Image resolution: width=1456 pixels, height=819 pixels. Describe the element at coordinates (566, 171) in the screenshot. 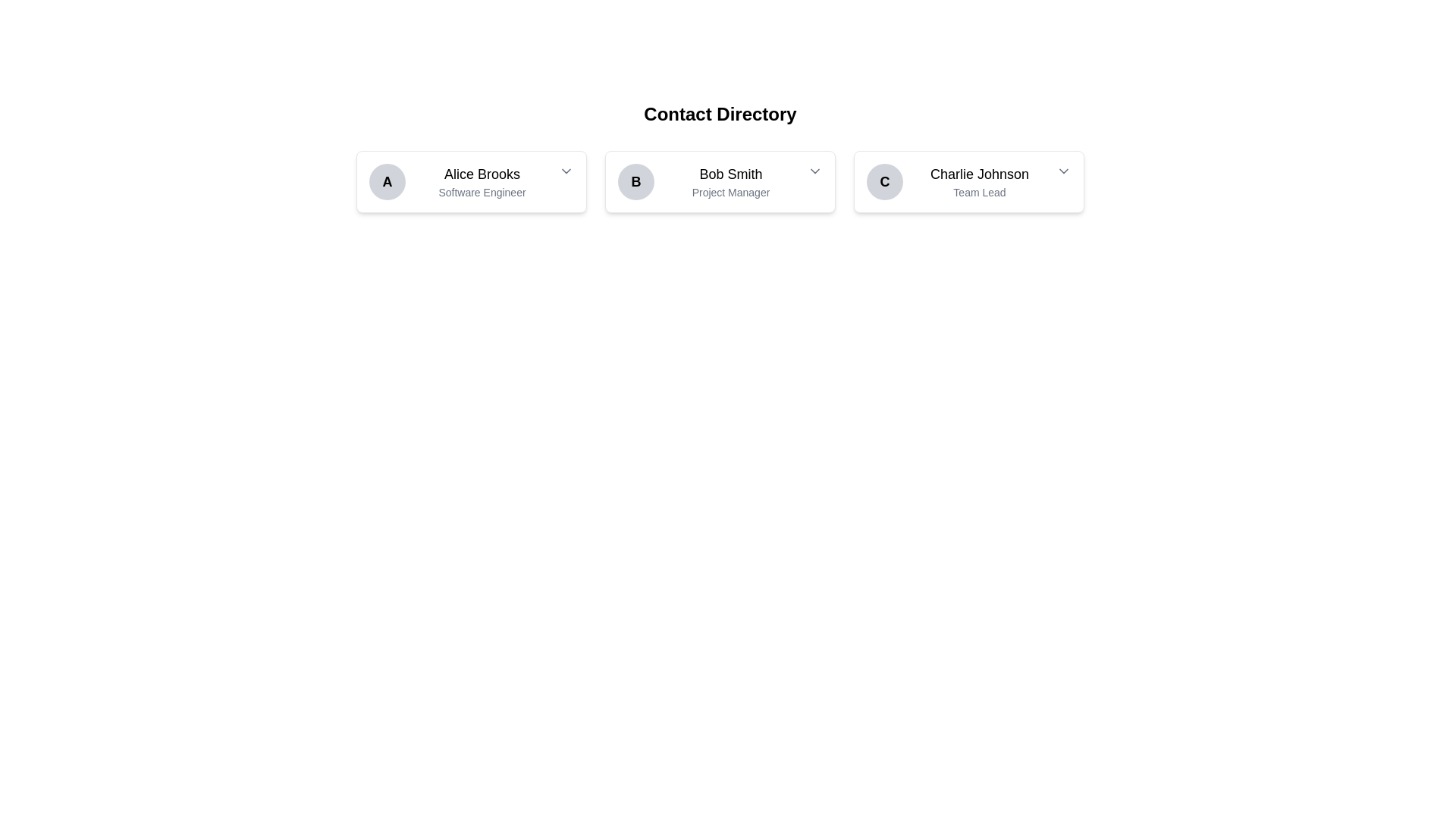

I see `the interactive dropdown trigger icon, a small downward-pointing chevron styled in gray tones, located on the right edge of the contact card for 'Alice Brooks, Software Engineer'` at that location.